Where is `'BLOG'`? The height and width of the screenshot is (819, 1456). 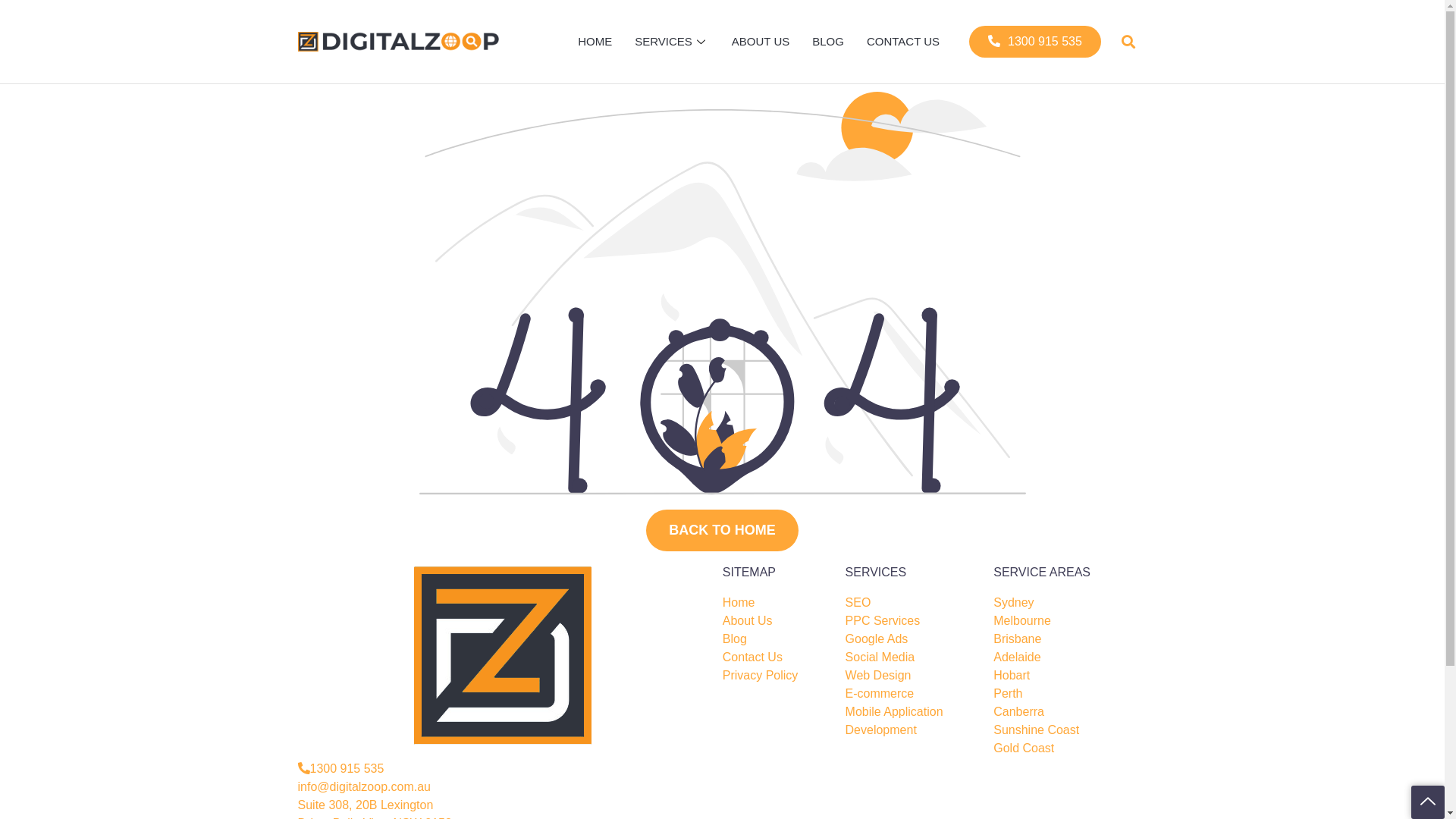
'BLOG' is located at coordinates (800, 40).